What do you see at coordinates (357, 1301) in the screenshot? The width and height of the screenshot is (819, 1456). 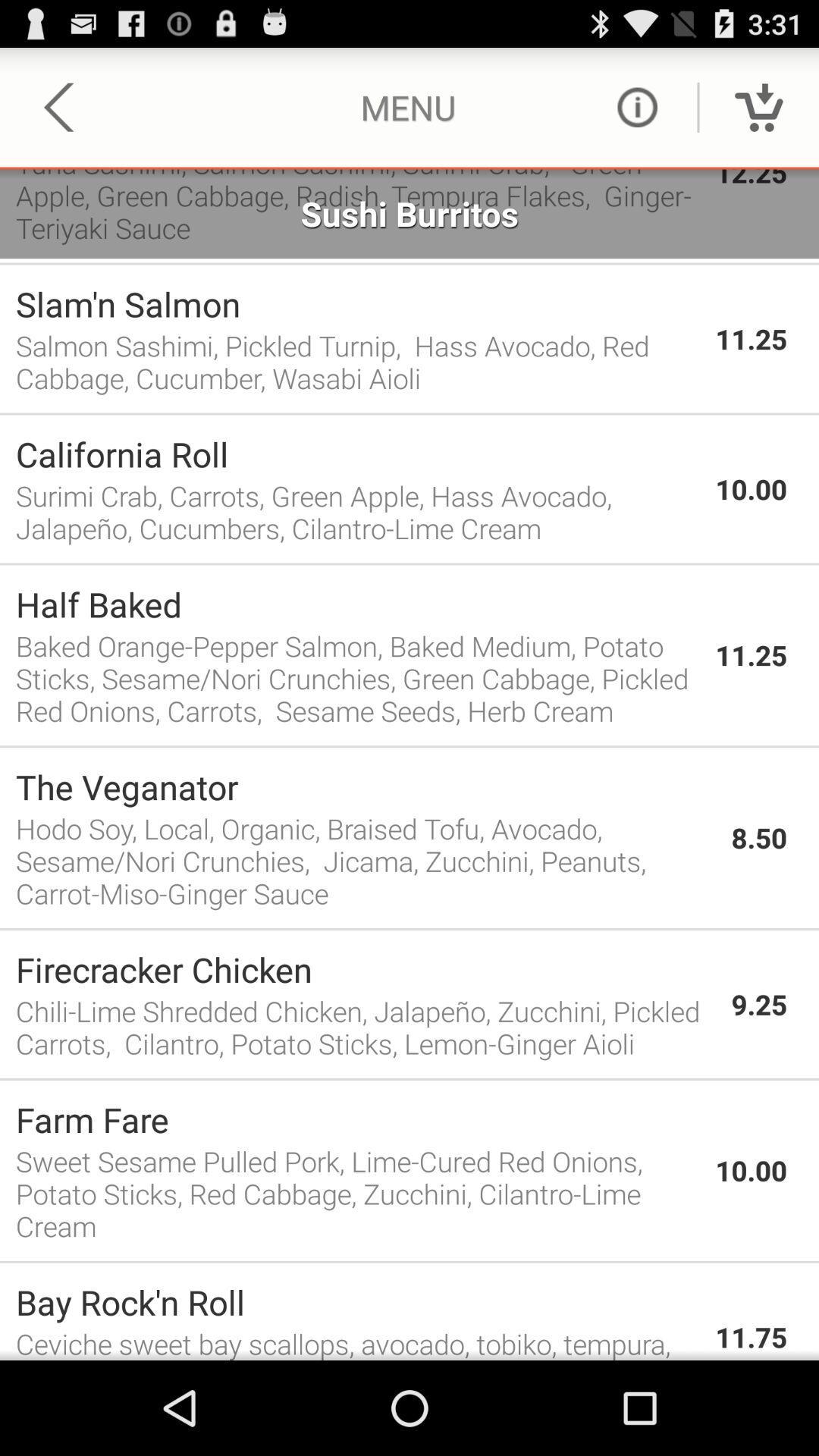 I see `bay rock n icon` at bounding box center [357, 1301].